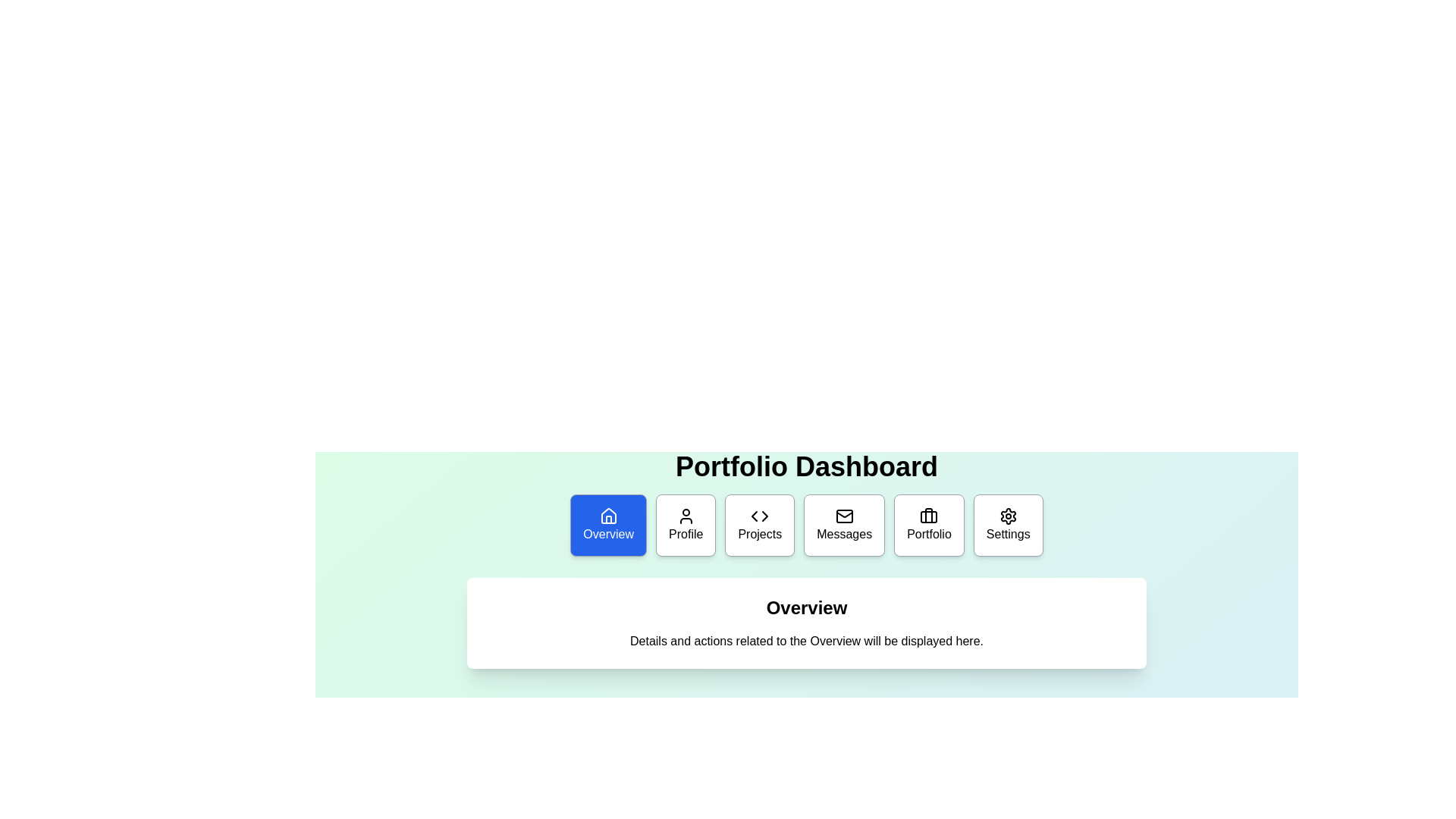  I want to click on the messaging icon, which is represented by an envelope symbol and located within the 'Messages' card in the dashboard menu, so click(843, 516).